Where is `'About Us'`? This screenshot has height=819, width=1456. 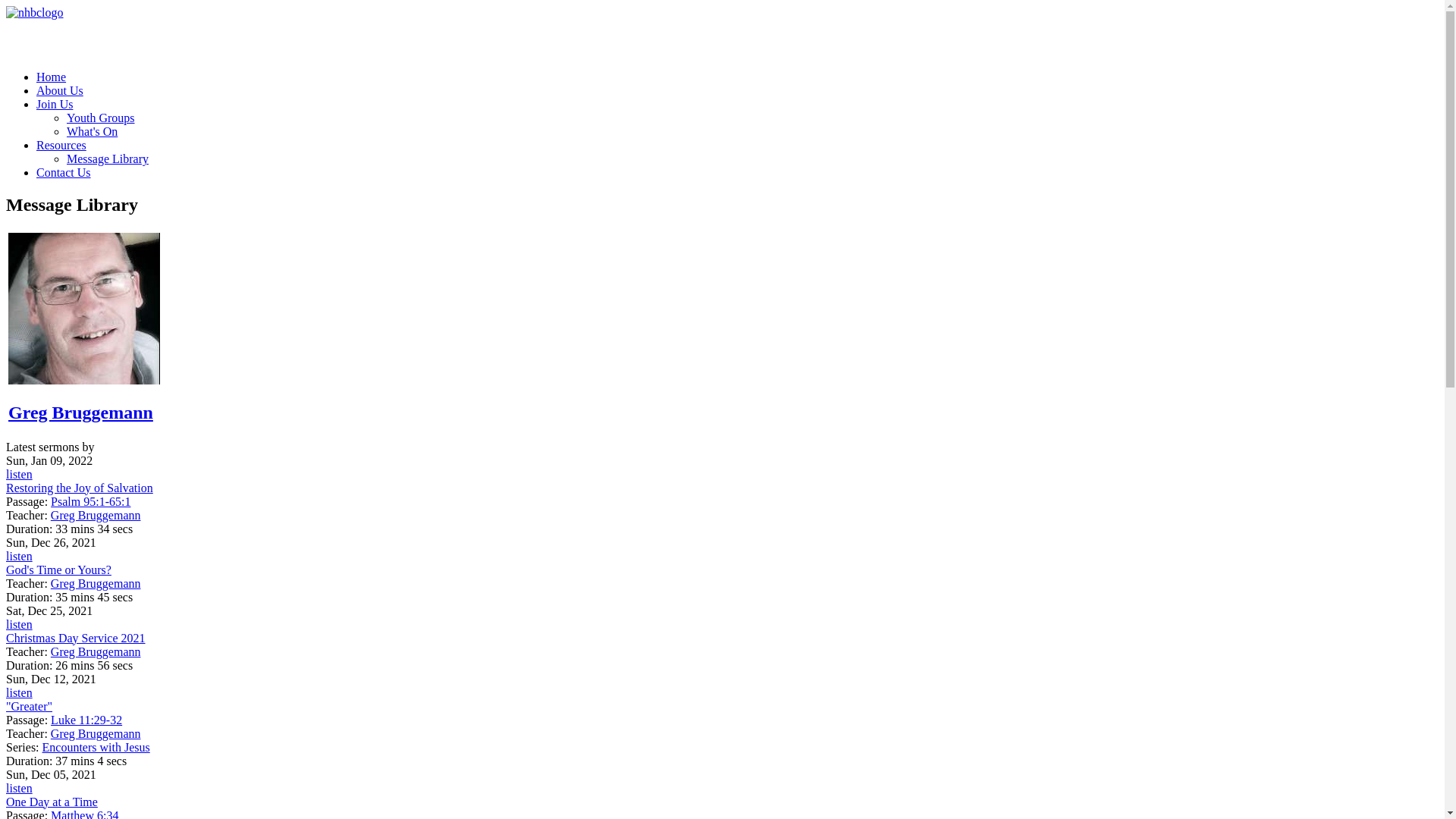
'About Us' is located at coordinates (59, 90).